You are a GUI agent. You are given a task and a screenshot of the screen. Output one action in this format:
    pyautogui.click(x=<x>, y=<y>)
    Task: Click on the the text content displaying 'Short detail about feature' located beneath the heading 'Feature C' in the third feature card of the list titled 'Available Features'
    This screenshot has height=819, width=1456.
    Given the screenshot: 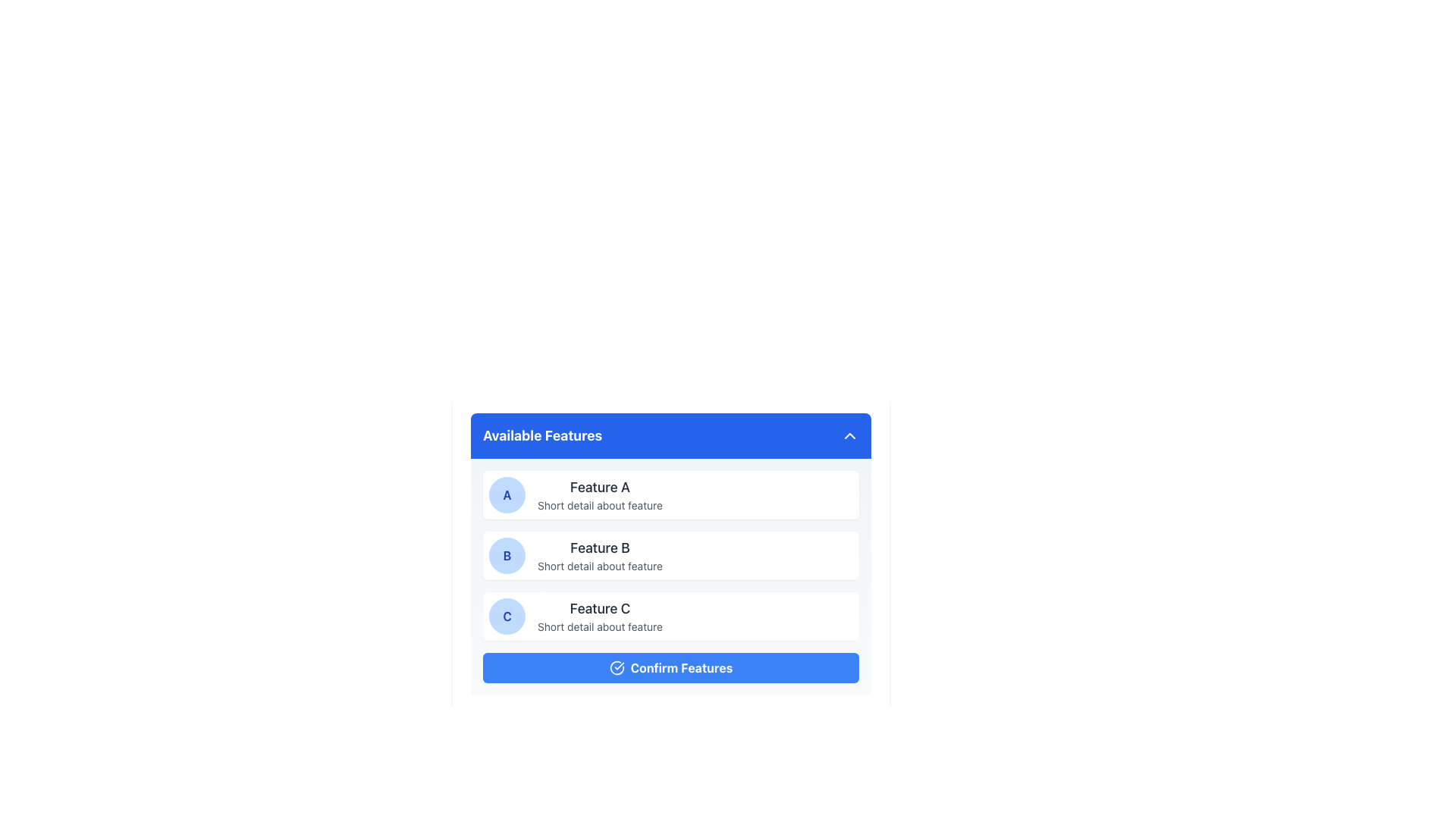 What is the action you would take?
    pyautogui.click(x=599, y=626)
    